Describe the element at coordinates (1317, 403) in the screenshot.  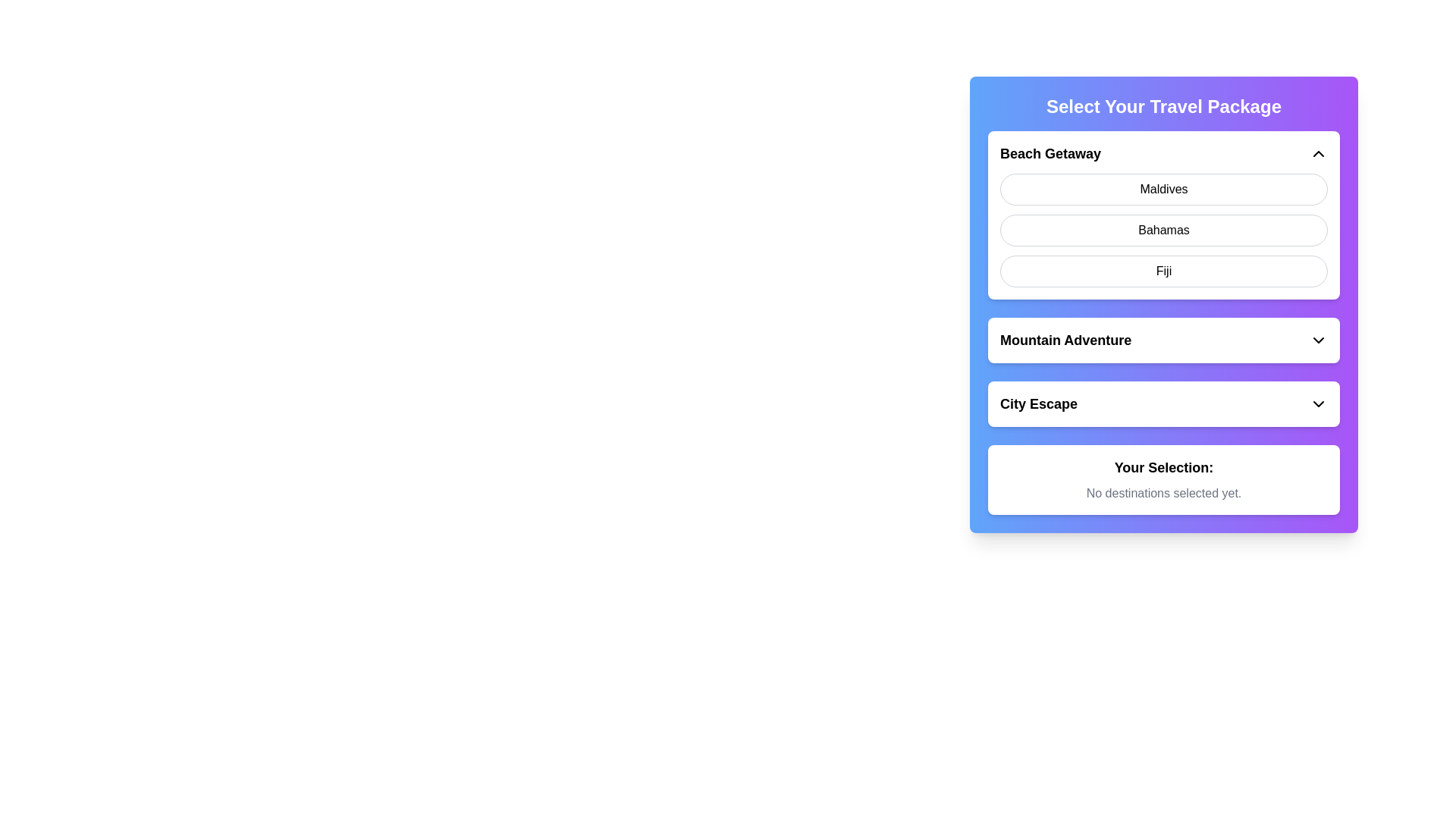
I see `the downward-facing chevron icon with a sleek black outline, located beside the 'City Escape' label` at that location.